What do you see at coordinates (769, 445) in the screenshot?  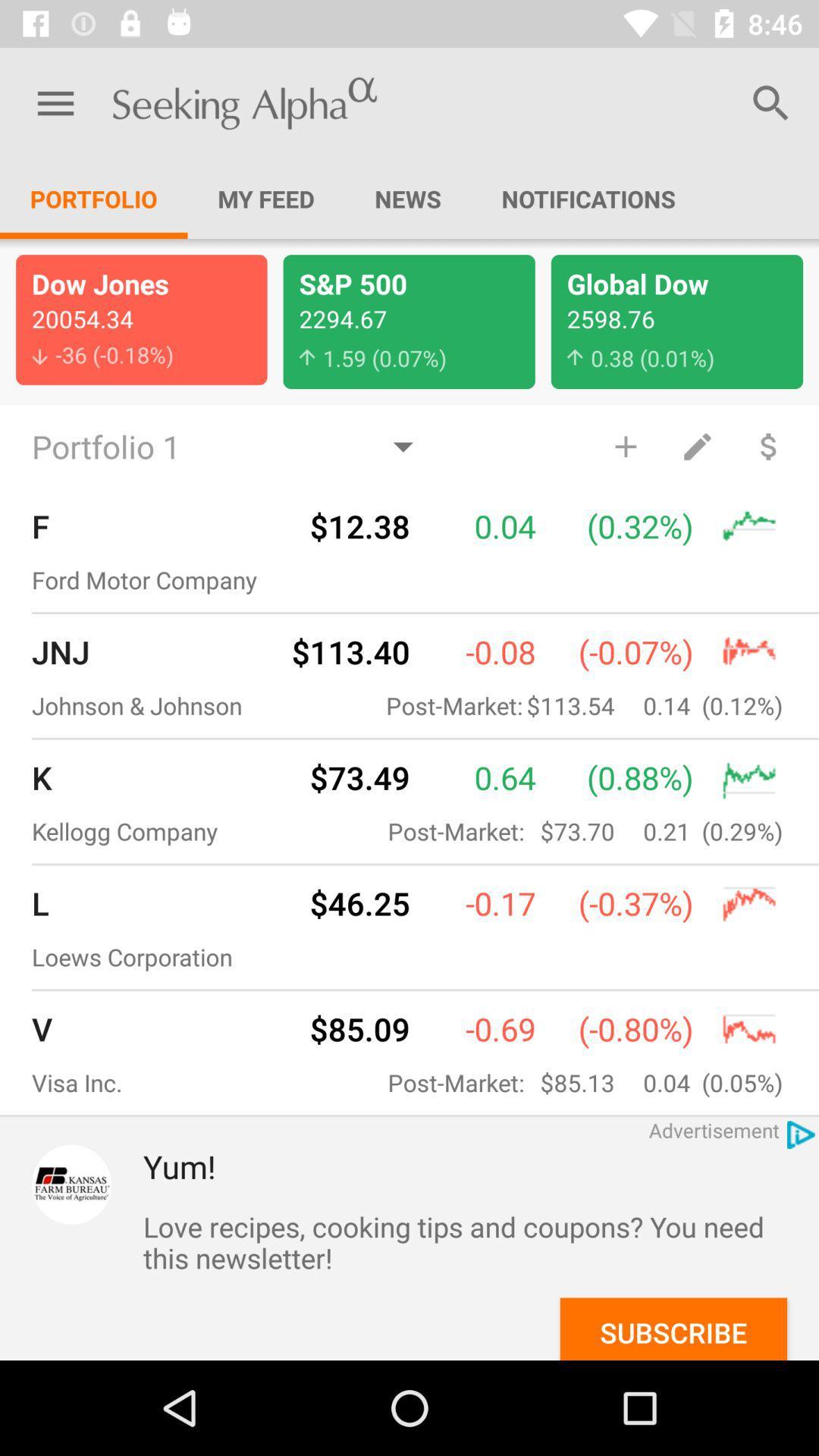 I see `dollars gained or graphs` at bounding box center [769, 445].